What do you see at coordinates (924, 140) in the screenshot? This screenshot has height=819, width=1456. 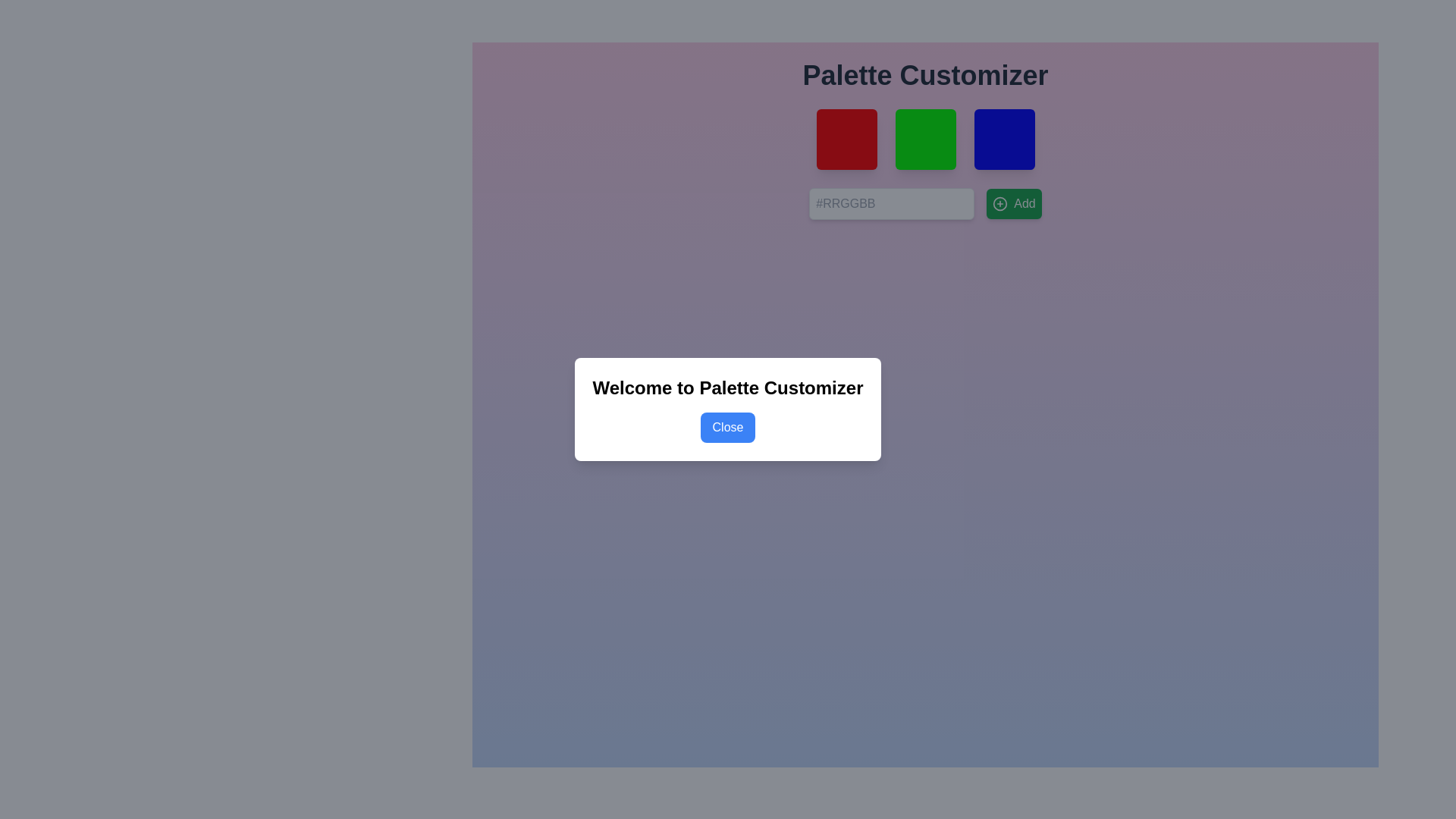 I see `the green square tile with rounded edges located between the red tile and blue tile, below the 'Palette Customizer' title` at bounding box center [924, 140].